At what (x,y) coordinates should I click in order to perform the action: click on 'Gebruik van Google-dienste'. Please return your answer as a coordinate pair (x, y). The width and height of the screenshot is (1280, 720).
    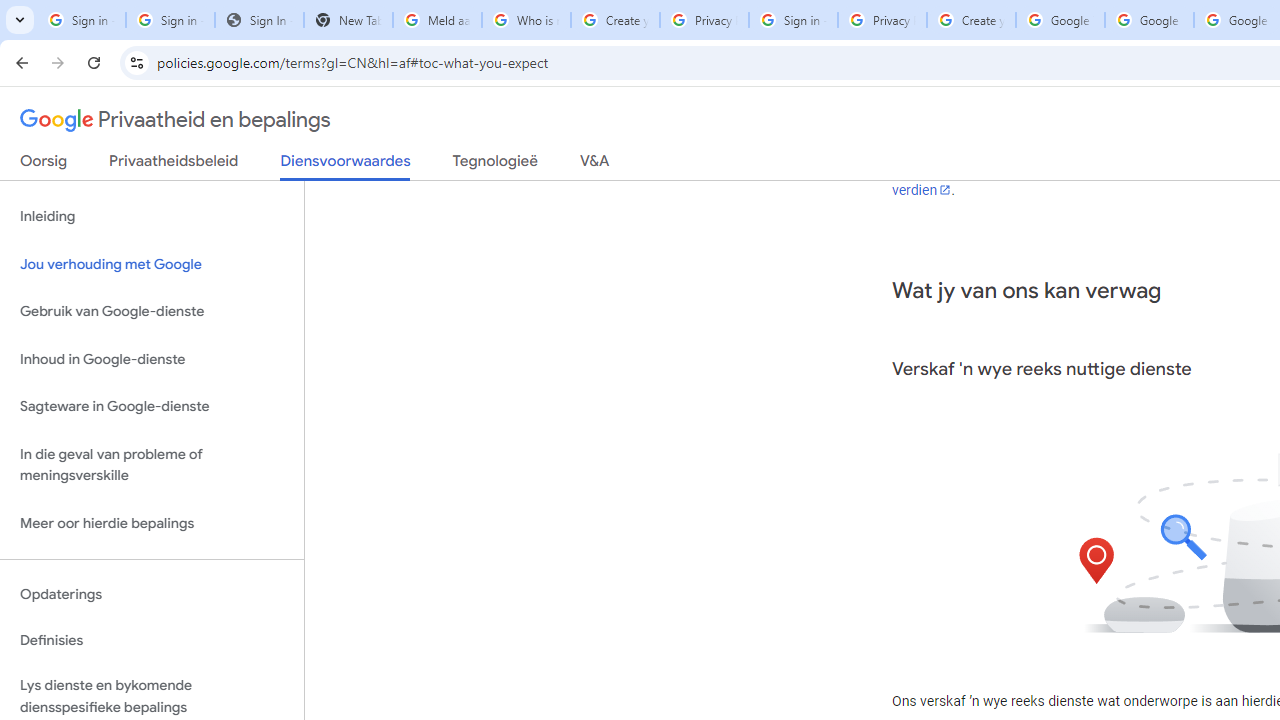
    Looking at the image, I should click on (151, 312).